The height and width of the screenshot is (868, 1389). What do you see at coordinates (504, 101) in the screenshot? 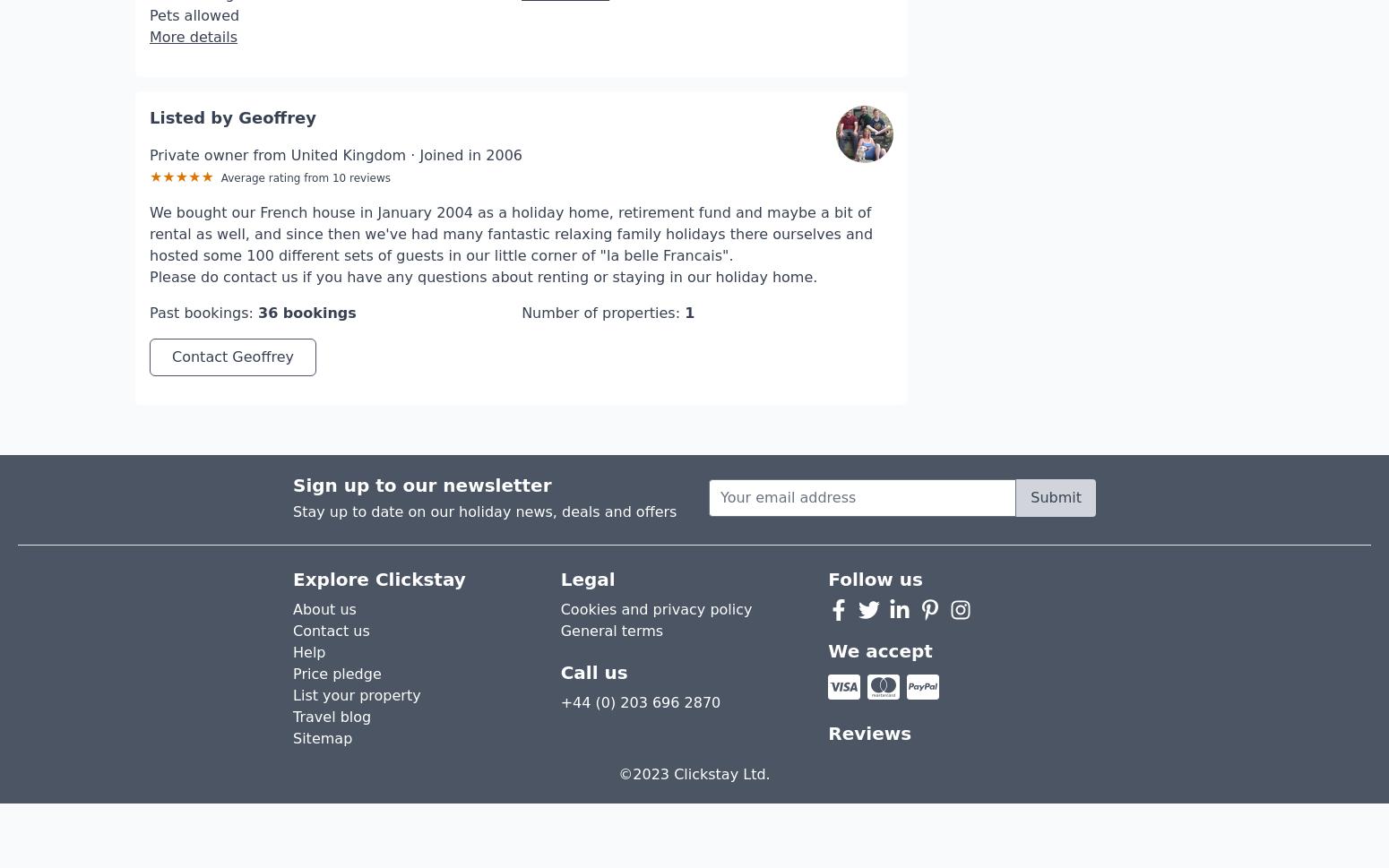
I see `'2006'` at bounding box center [504, 101].